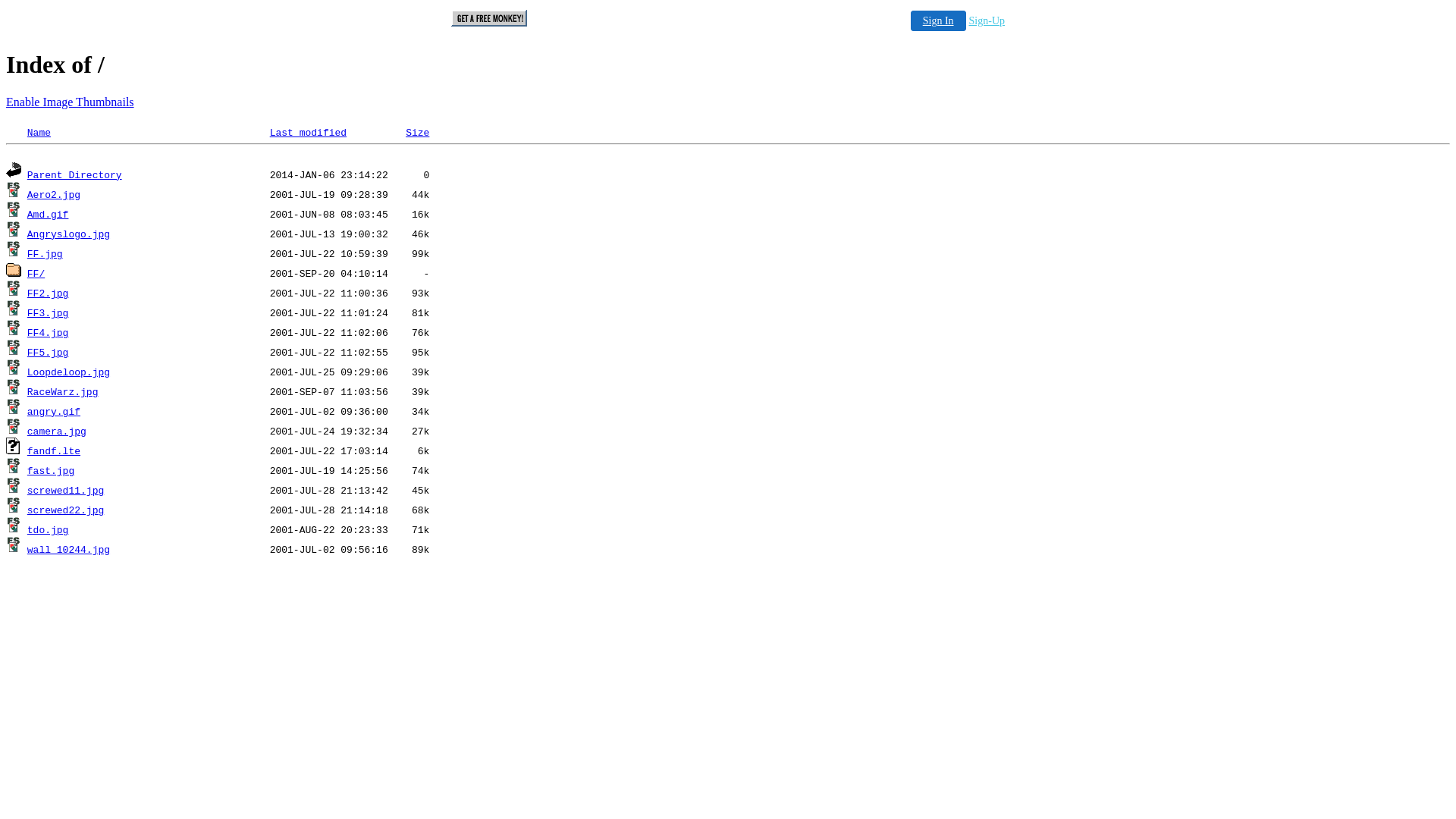 Image resolution: width=1456 pixels, height=819 pixels. I want to click on 'fast.jpg', so click(51, 470).